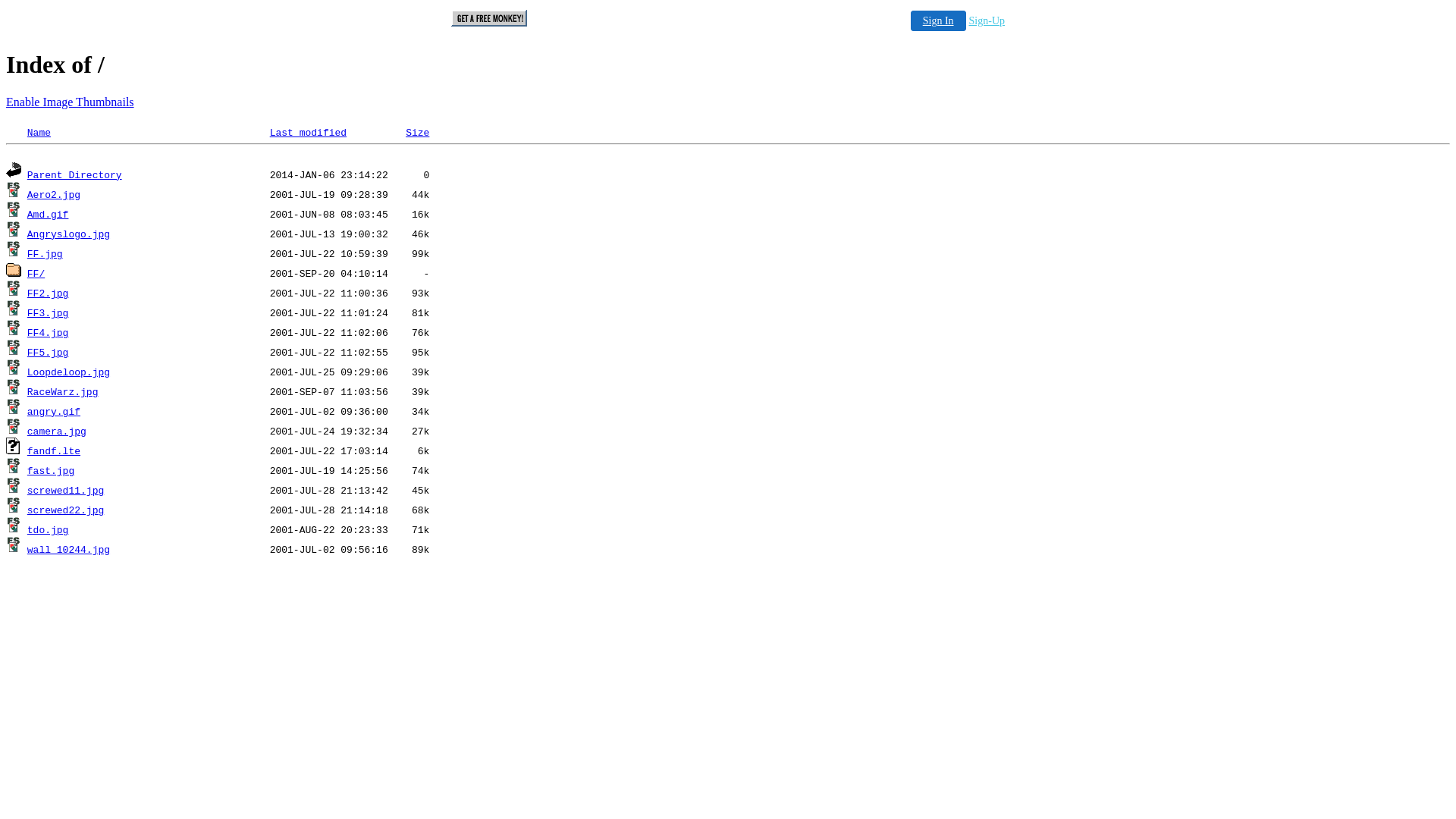 Image resolution: width=1456 pixels, height=819 pixels. I want to click on 'fast.jpg', so click(51, 470).